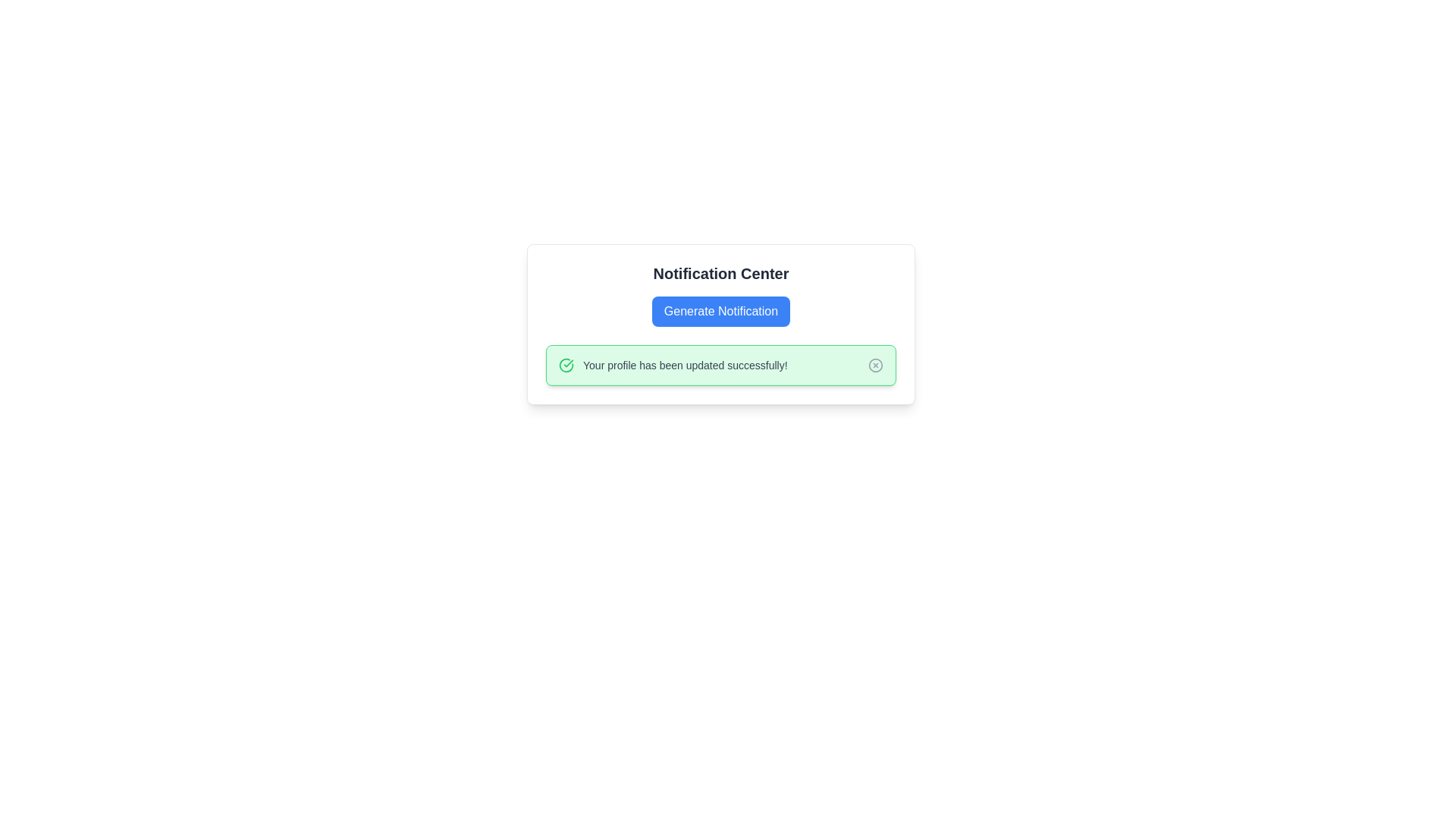  What do you see at coordinates (720, 274) in the screenshot?
I see `text of the heading displaying 'Notification Center', which is a bold, larger black font positioned at the upper center of a card layout, above the blue button labeled 'Generate Notification'` at bounding box center [720, 274].